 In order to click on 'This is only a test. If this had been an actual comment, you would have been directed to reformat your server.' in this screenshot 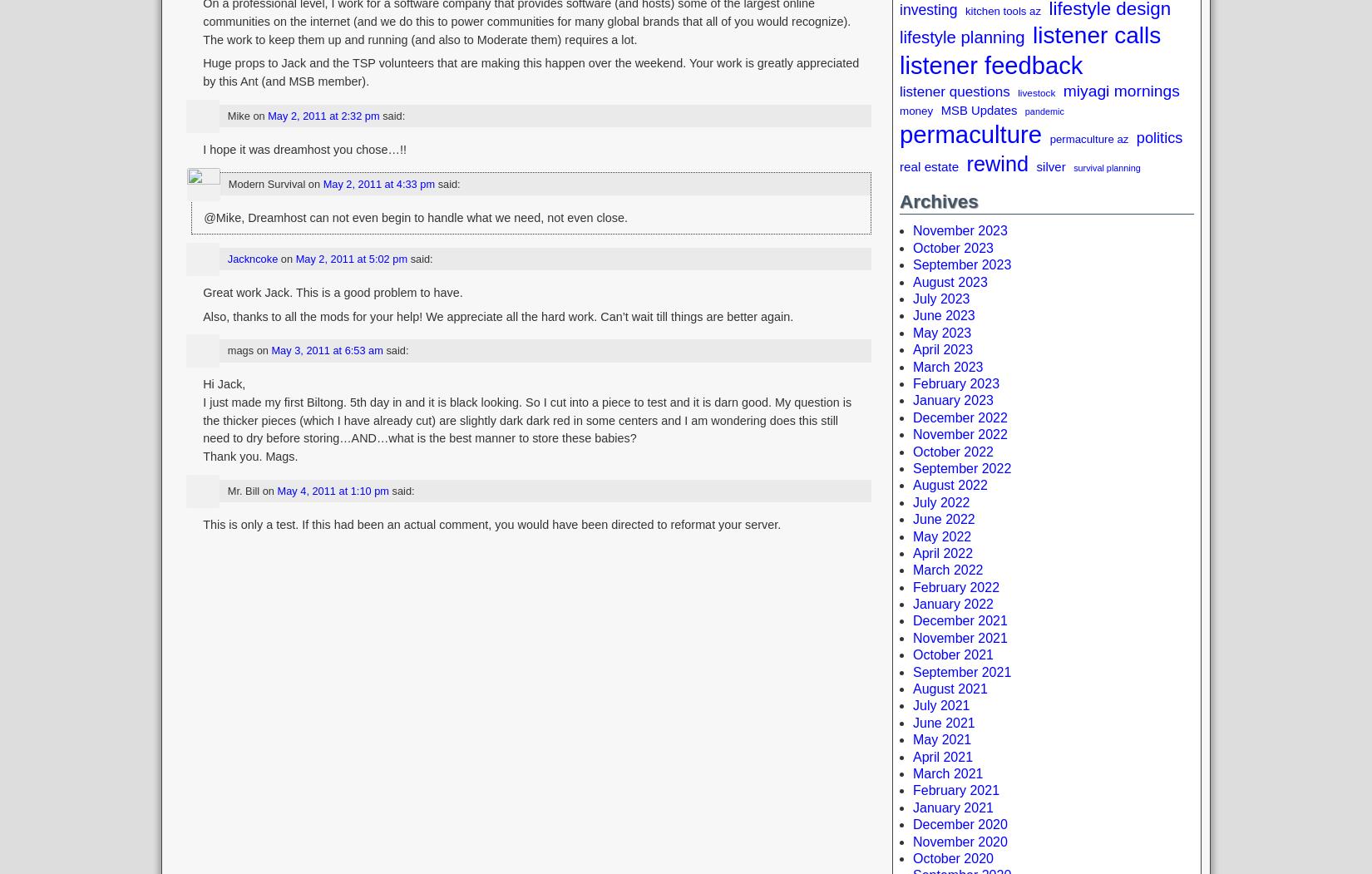, I will do `click(491, 522)`.